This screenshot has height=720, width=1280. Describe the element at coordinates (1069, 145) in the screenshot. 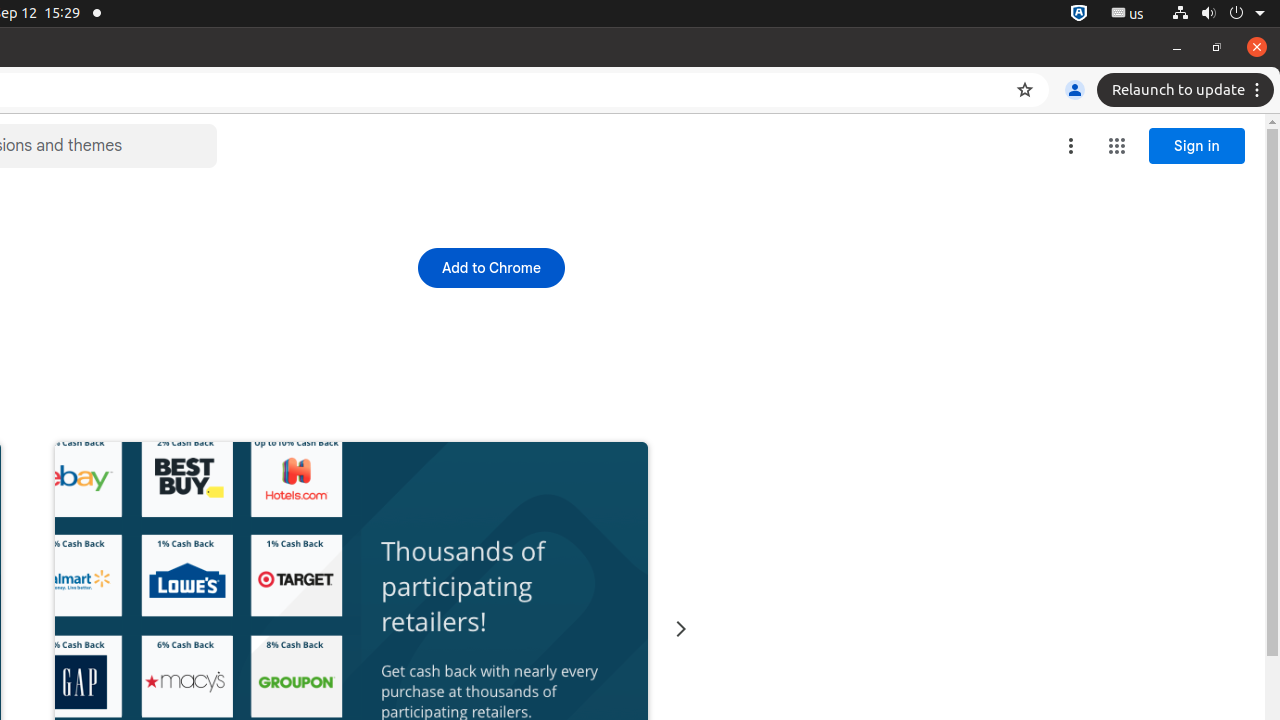

I see `'More options menu'` at that location.